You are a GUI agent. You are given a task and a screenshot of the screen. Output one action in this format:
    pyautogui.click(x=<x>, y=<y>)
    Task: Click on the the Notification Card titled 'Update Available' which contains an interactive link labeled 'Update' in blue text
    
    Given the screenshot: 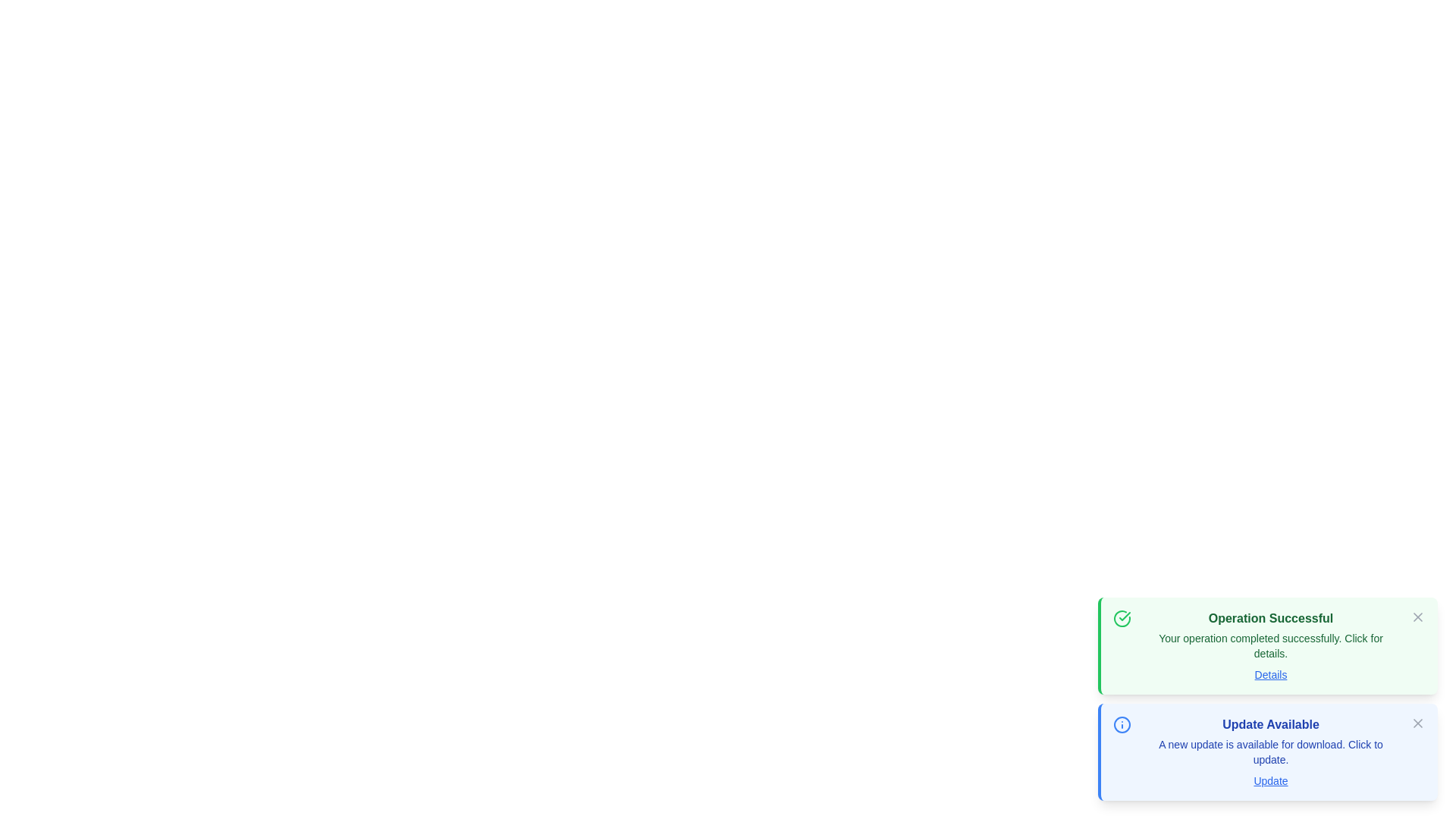 What is the action you would take?
    pyautogui.click(x=1270, y=752)
    